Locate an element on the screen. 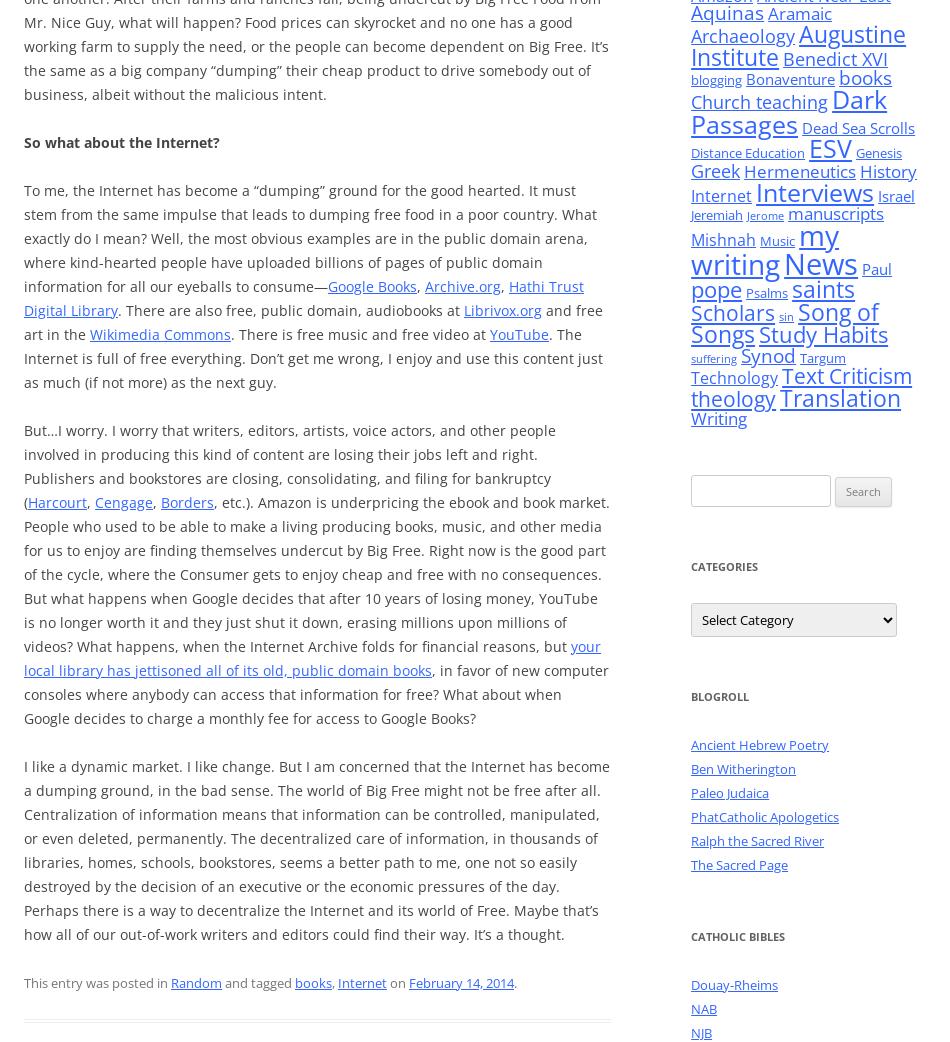 This screenshot has width=950, height=1042. 'Church teaching' is located at coordinates (758, 102).